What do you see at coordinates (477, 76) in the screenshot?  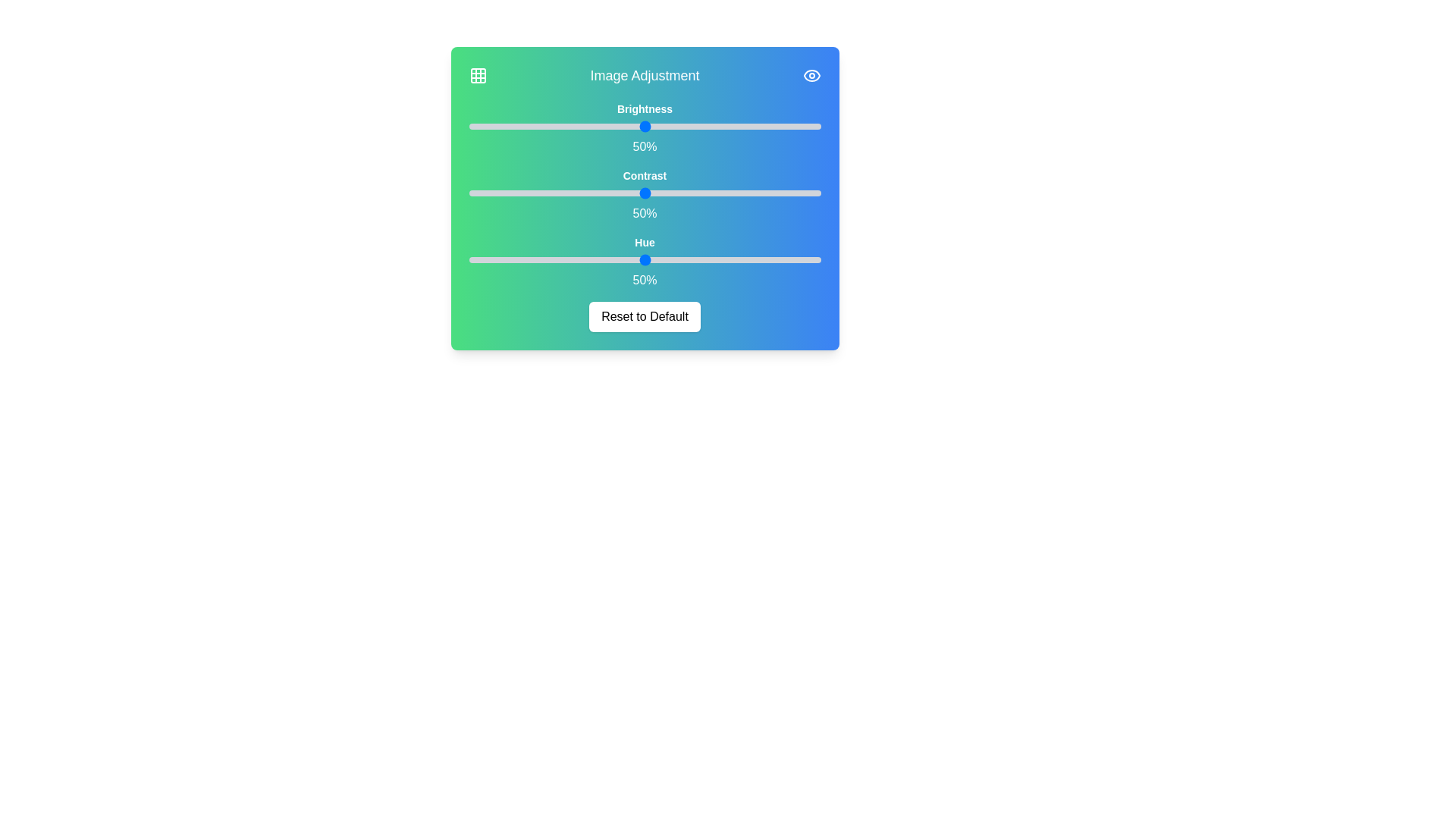 I see `the Grid icon in the header of the Image Adjustment Panel` at bounding box center [477, 76].